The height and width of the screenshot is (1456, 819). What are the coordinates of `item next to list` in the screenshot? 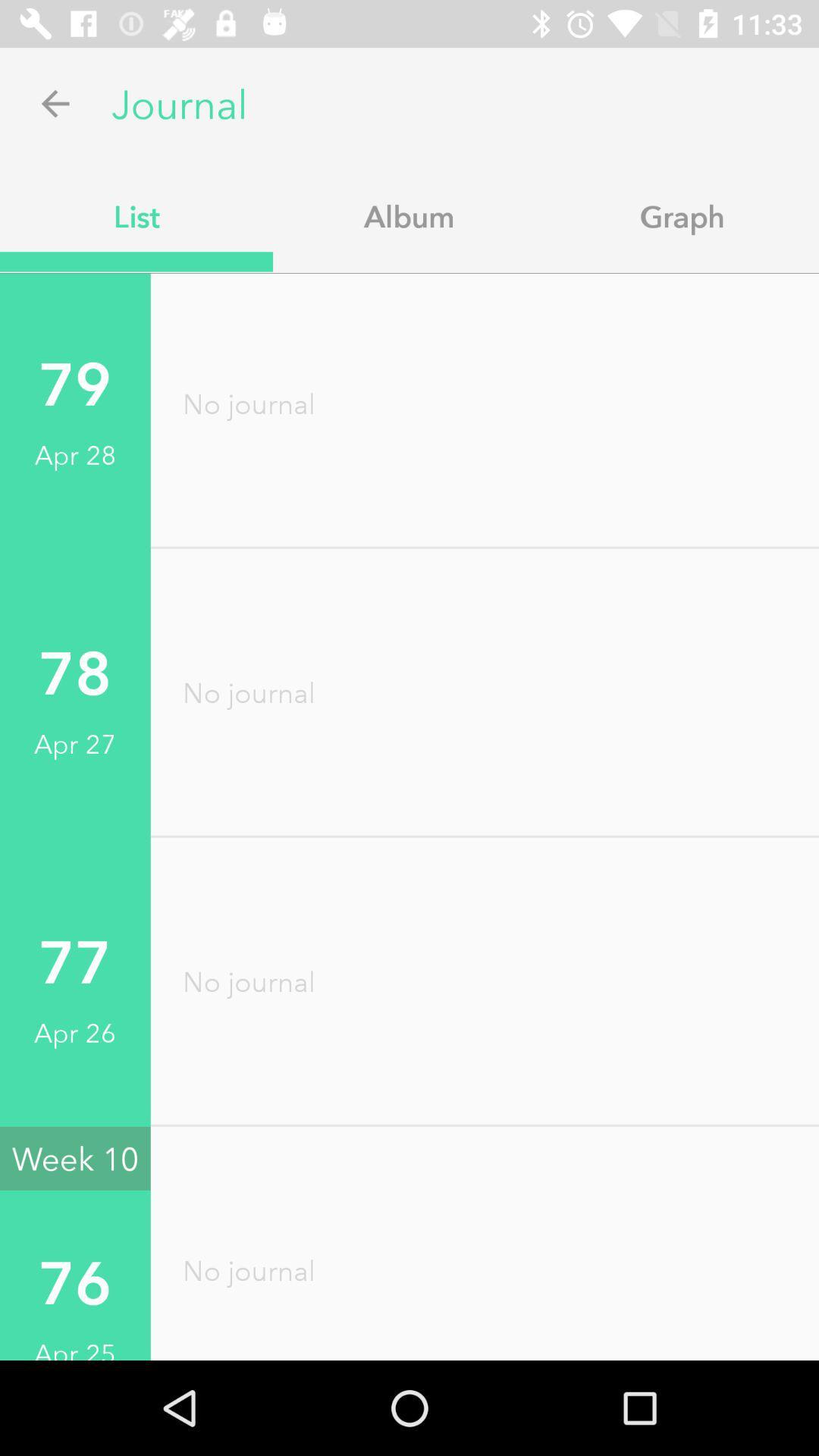 It's located at (409, 215).